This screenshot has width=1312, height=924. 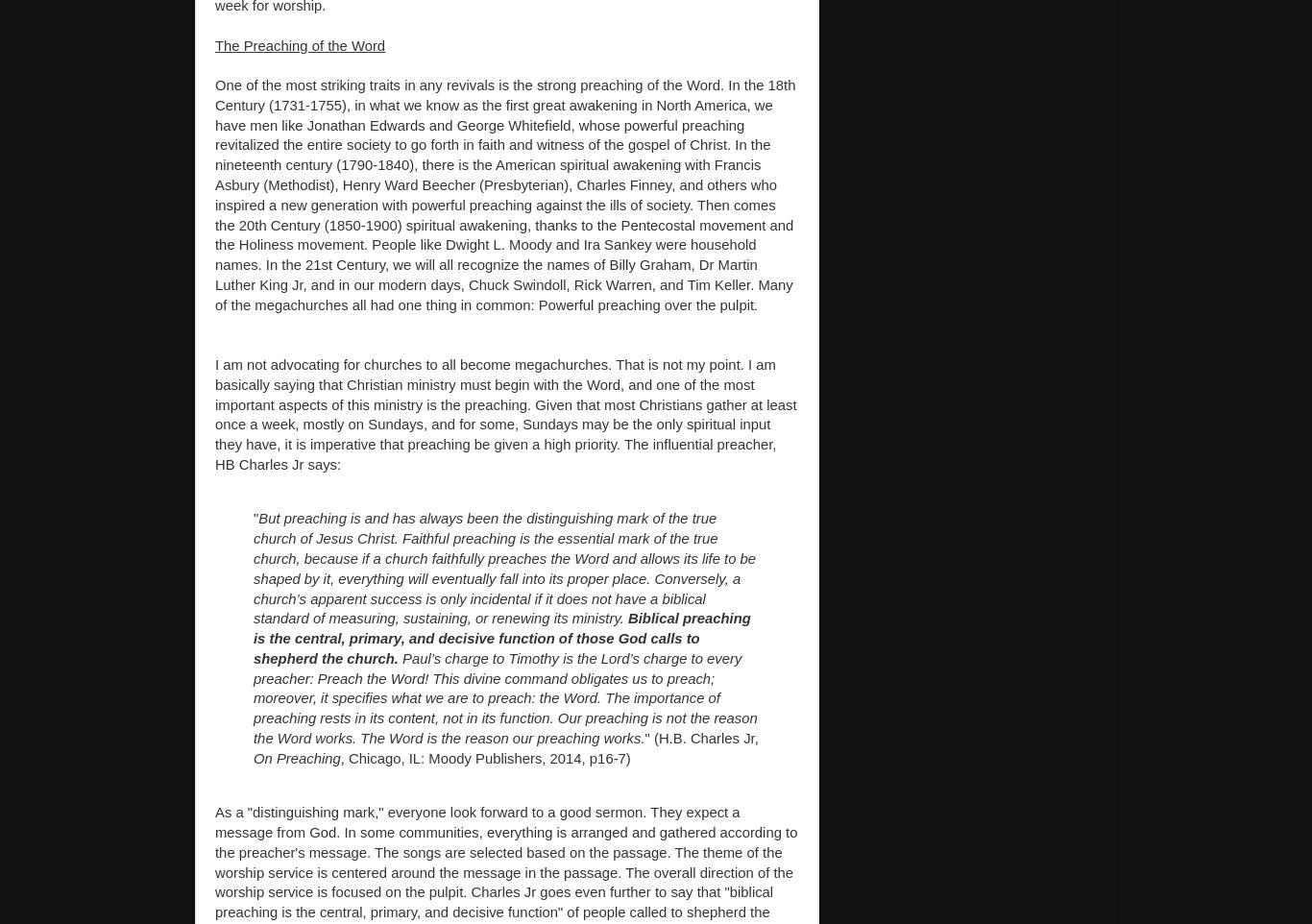 What do you see at coordinates (504, 568) in the screenshot?
I see `'But preaching is and has always been the distinguishing mark of the true church of Jesus Christ. Faithful preaching is the essential mark of the true church, because if a church faithfully preaches the Word and allows its life to be shaped by it, everything will eventually fall into its proper place. Conversely, a church’s apparent success is only incidental if it does not have a biblical standard of measuring, sustaining, or renewing its ministry.'` at bounding box center [504, 568].